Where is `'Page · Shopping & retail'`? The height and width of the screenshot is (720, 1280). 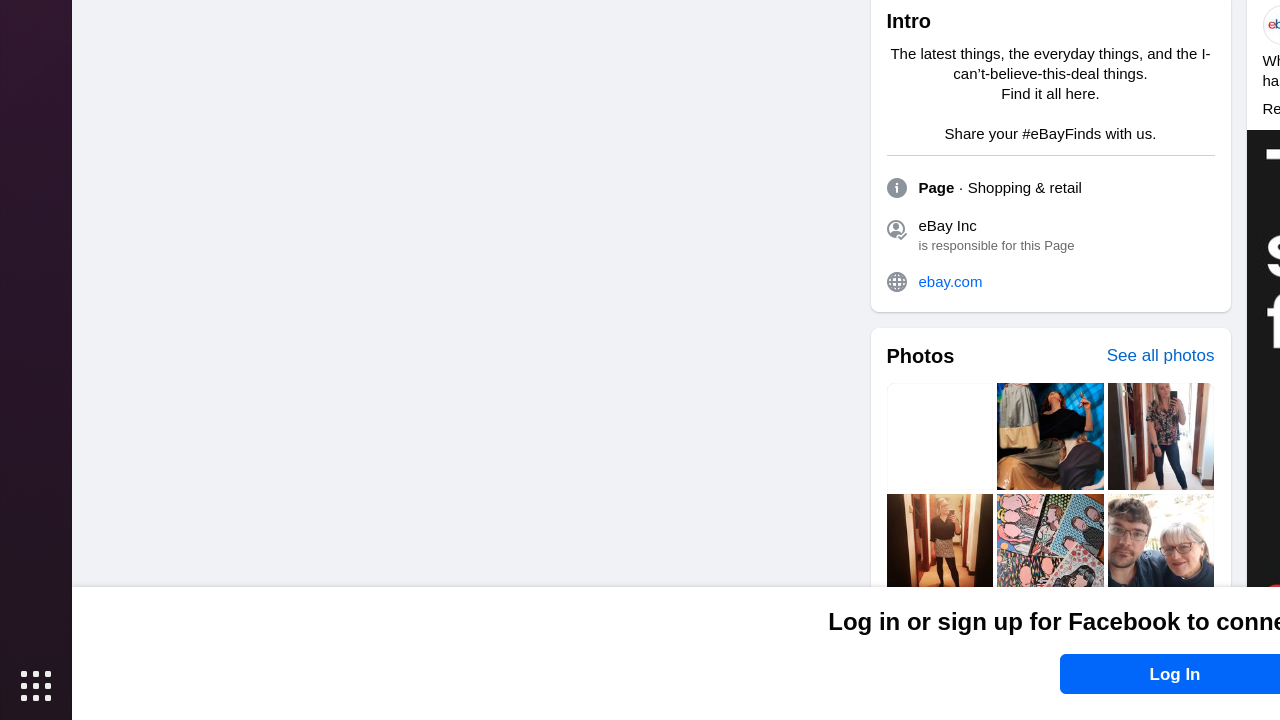
'Page · Shopping & retail' is located at coordinates (999, 187).